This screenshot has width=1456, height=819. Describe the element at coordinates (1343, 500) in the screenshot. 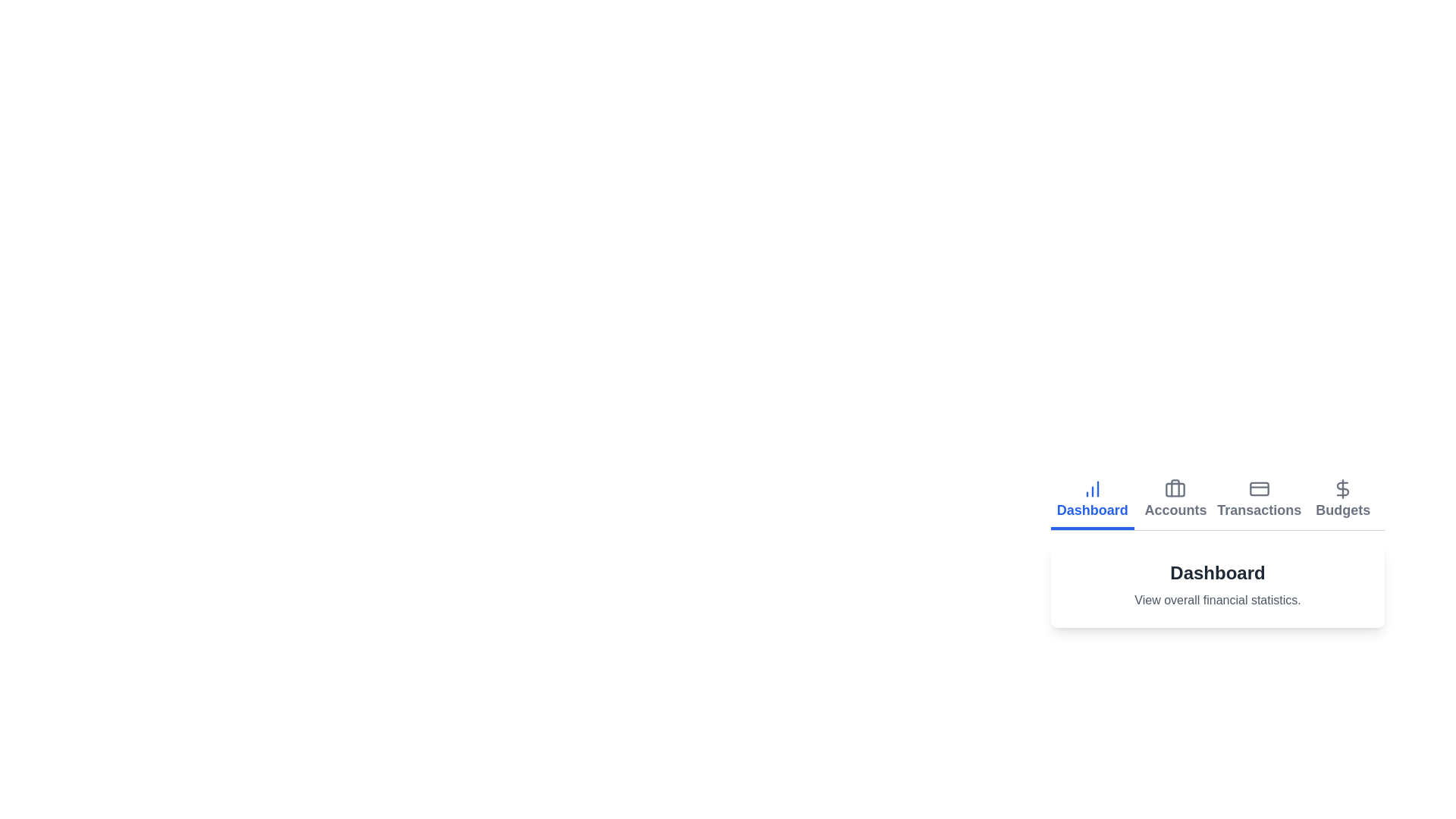

I see `the Budgets tab` at that location.